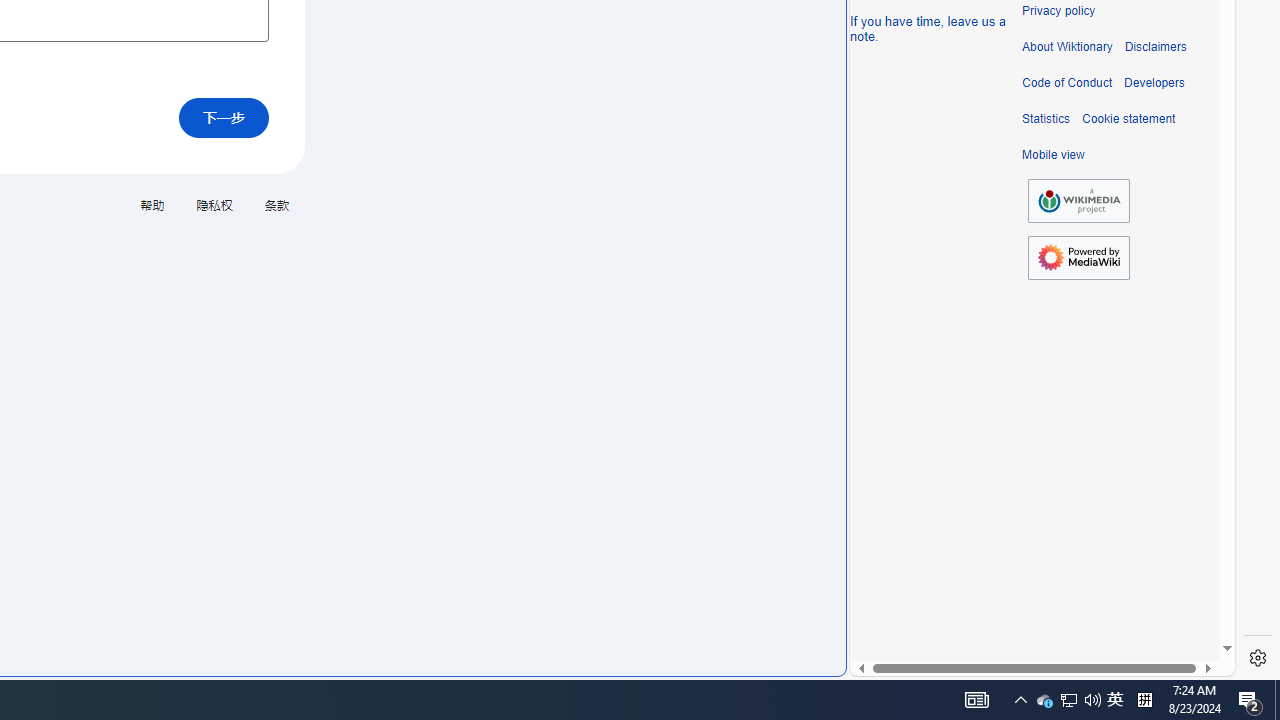 This screenshot has height=720, width=1280. I want to click on 'If you have time, leave us a note.', so click(927, 28).